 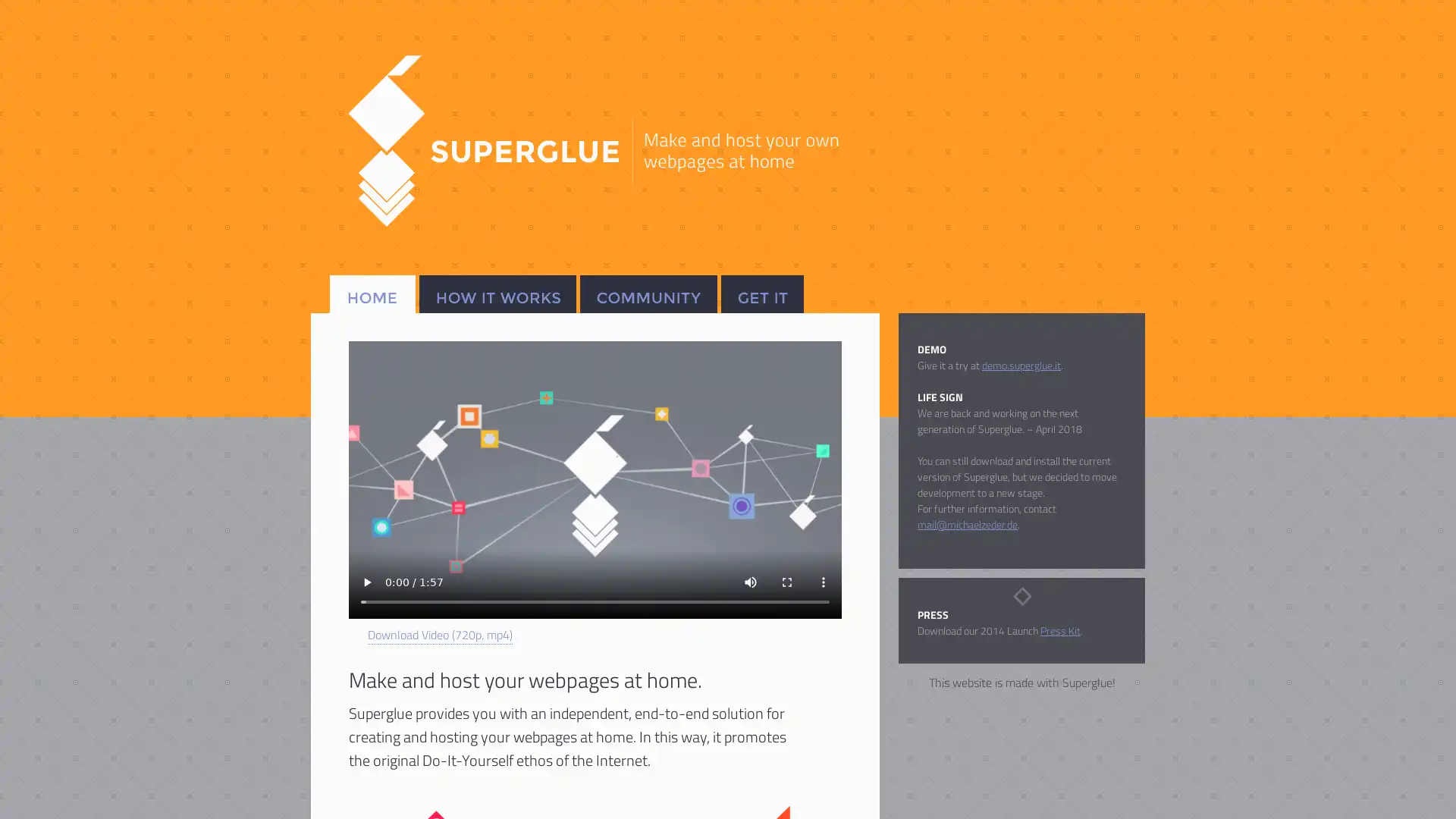 What do you see at coordinates (786, 581) in the screenshot?
I see `enter full screen` at bounding box center [786, 581].